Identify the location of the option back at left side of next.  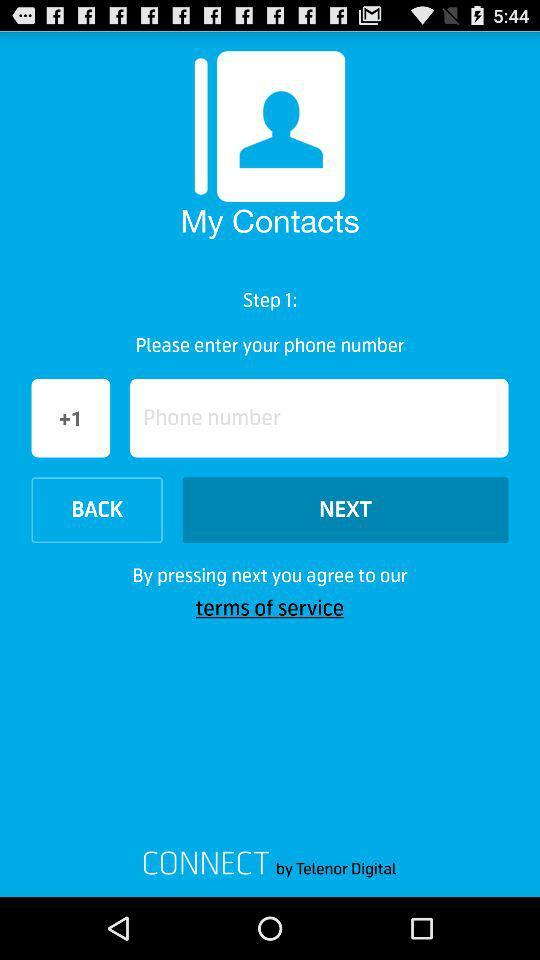
(96, 508).